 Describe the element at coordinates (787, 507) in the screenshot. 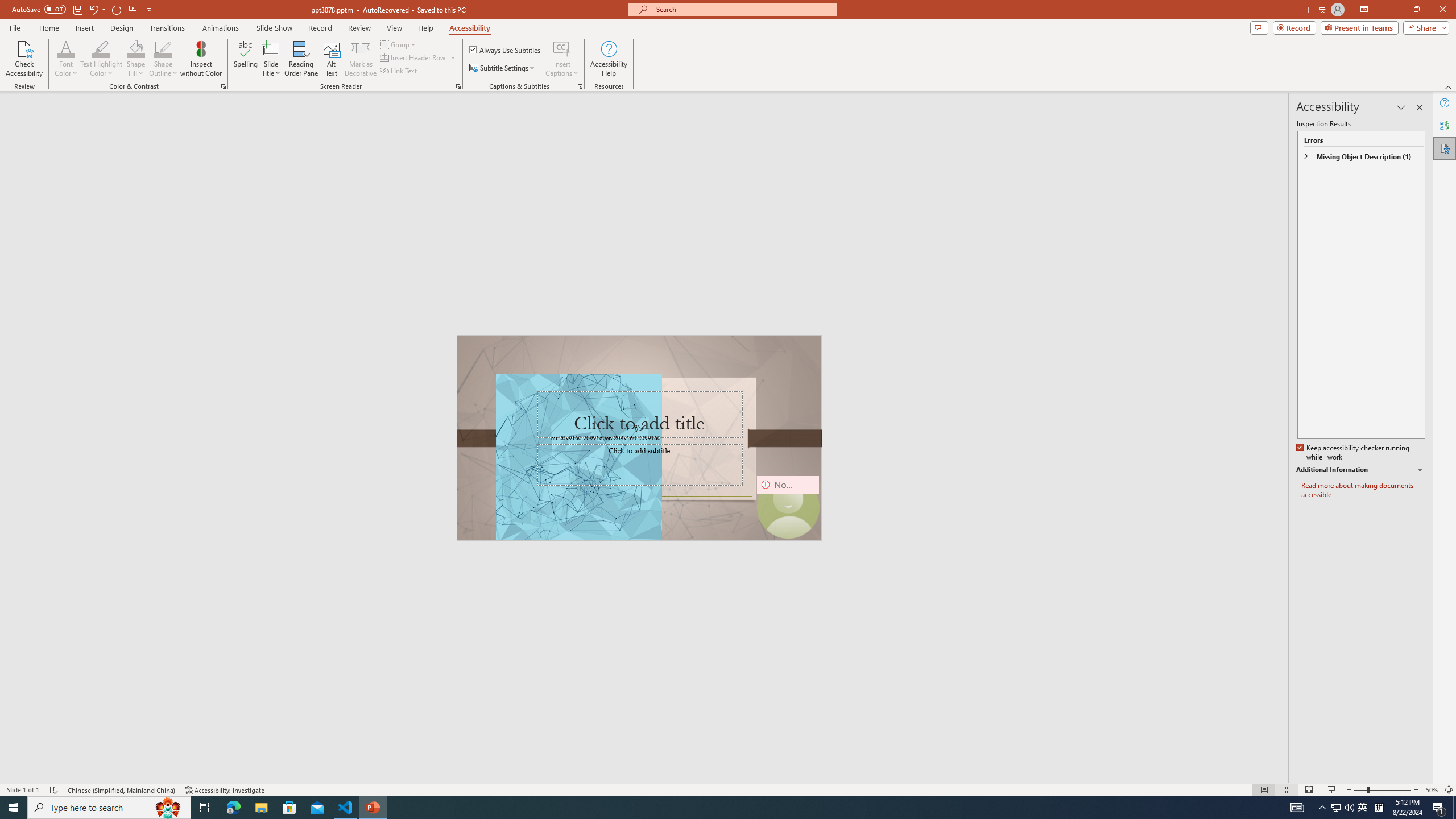

I see `'Camera 9, No camera detected.'` at that location.